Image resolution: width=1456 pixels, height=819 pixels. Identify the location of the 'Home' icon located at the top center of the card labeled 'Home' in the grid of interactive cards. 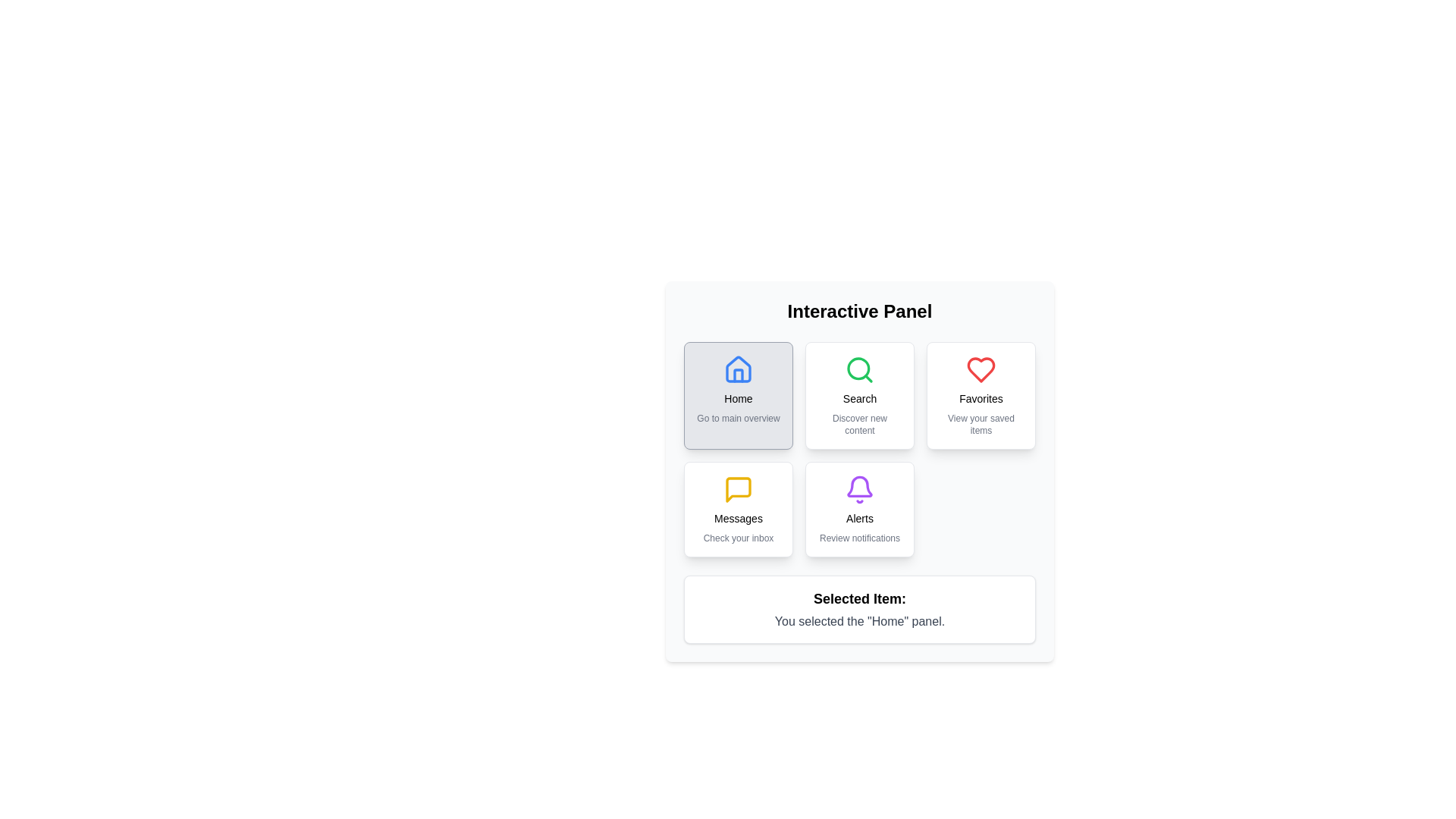
(739, 370).